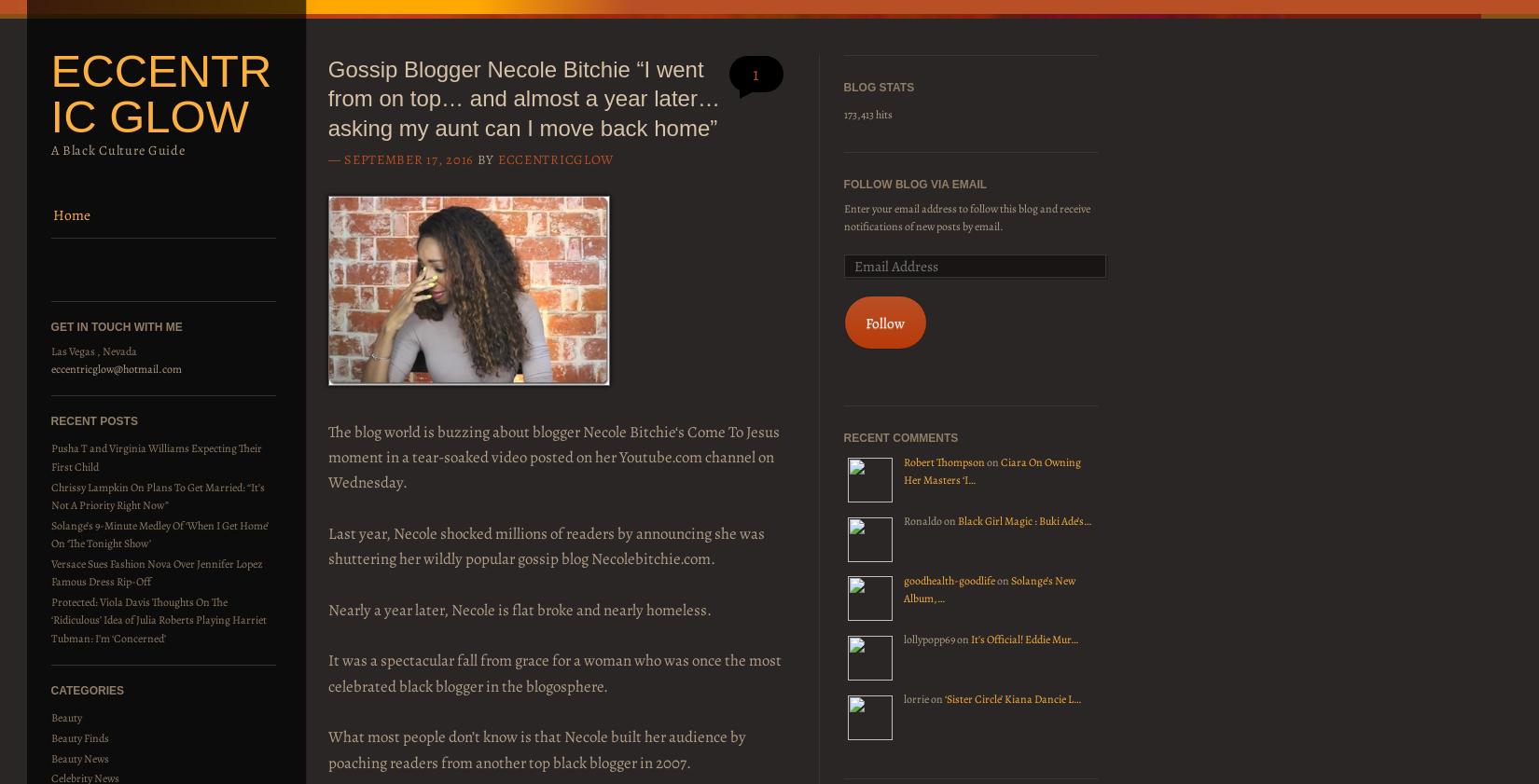 This screenshot has height=784, width=1539. What do you see at coordinates (49, 572) in the screenshot?
I see `'Versace Sues Fashion Nova Over  Jennifer Lopez Famous Dress Rip-Off'` at bounding box center [49, 572].